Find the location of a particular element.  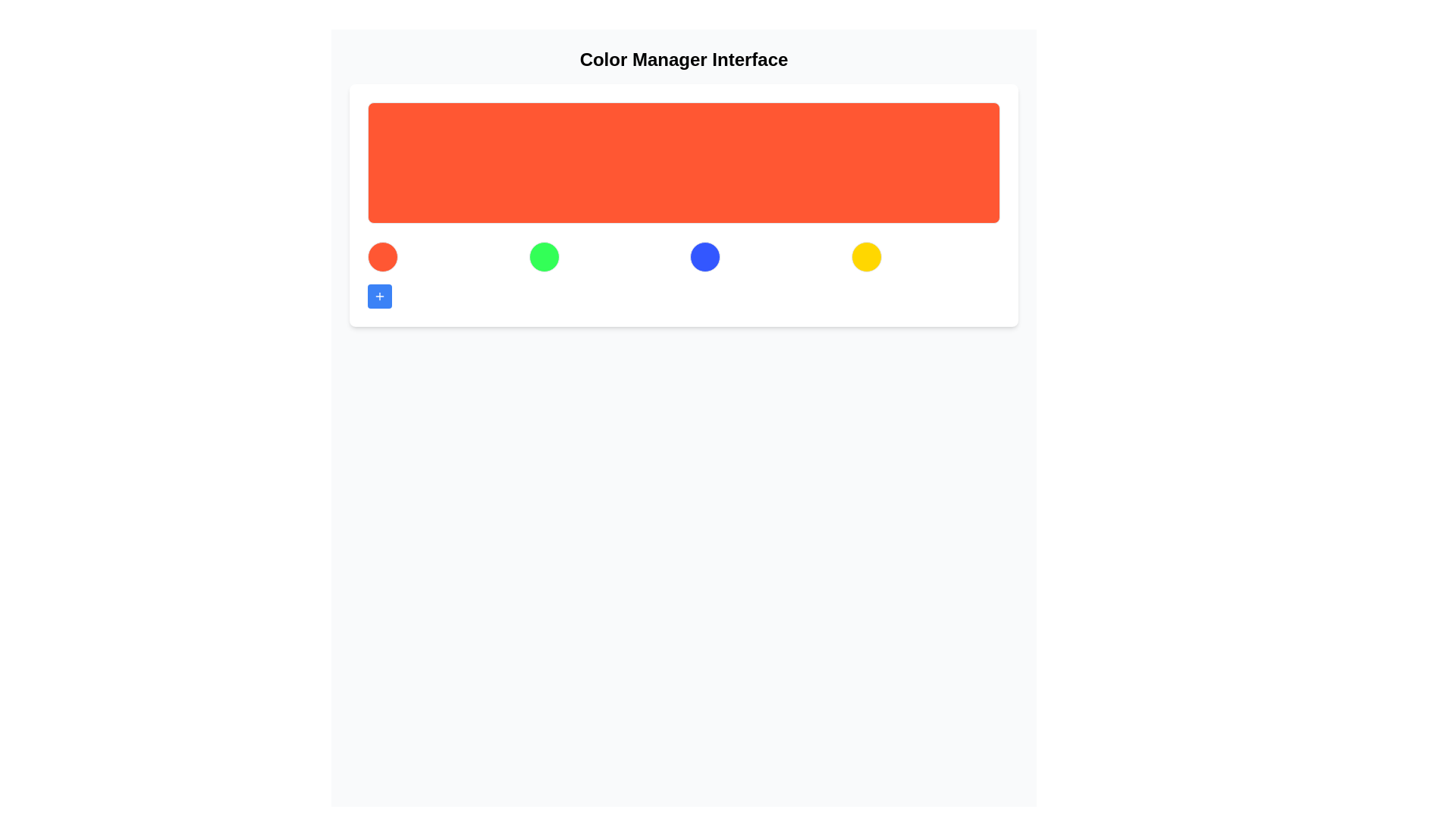

keyboard navigation is located at coordinates (704, 256).